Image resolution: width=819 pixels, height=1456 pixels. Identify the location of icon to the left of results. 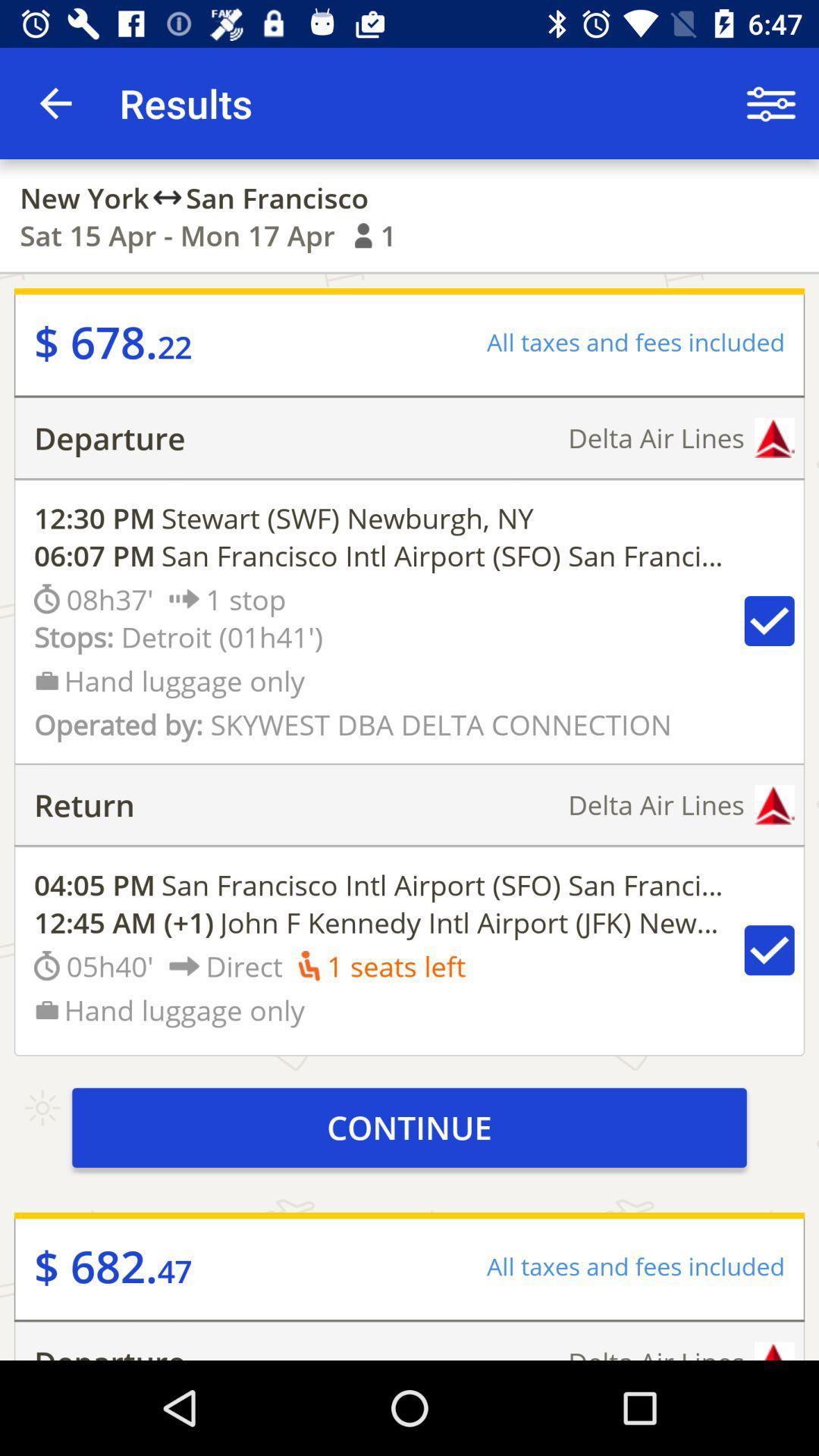
(55, 102).